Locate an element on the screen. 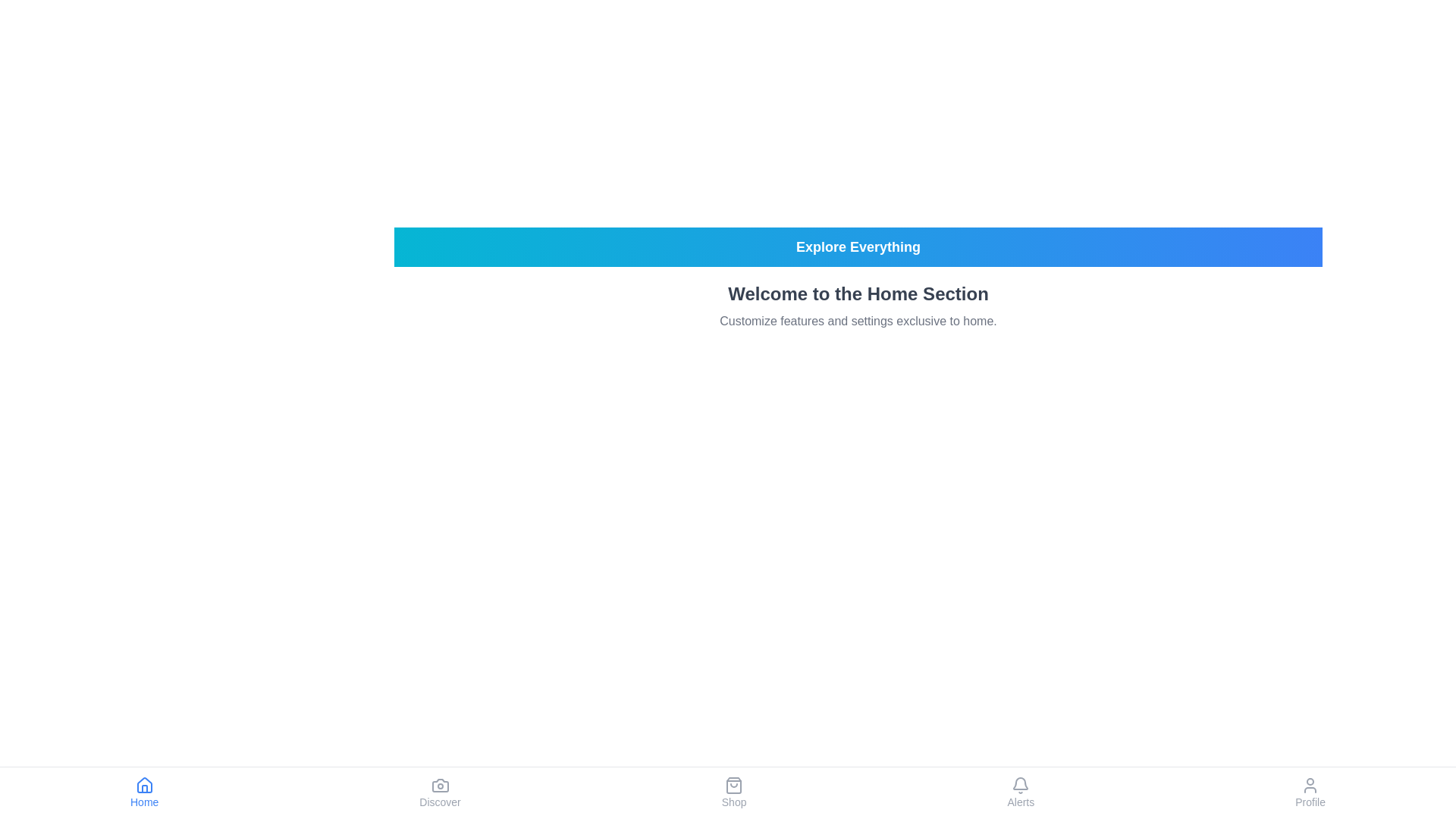 This screenshot has width=1456, height=819. the Profile tab in the footer is located at coordinates (1310, 792).